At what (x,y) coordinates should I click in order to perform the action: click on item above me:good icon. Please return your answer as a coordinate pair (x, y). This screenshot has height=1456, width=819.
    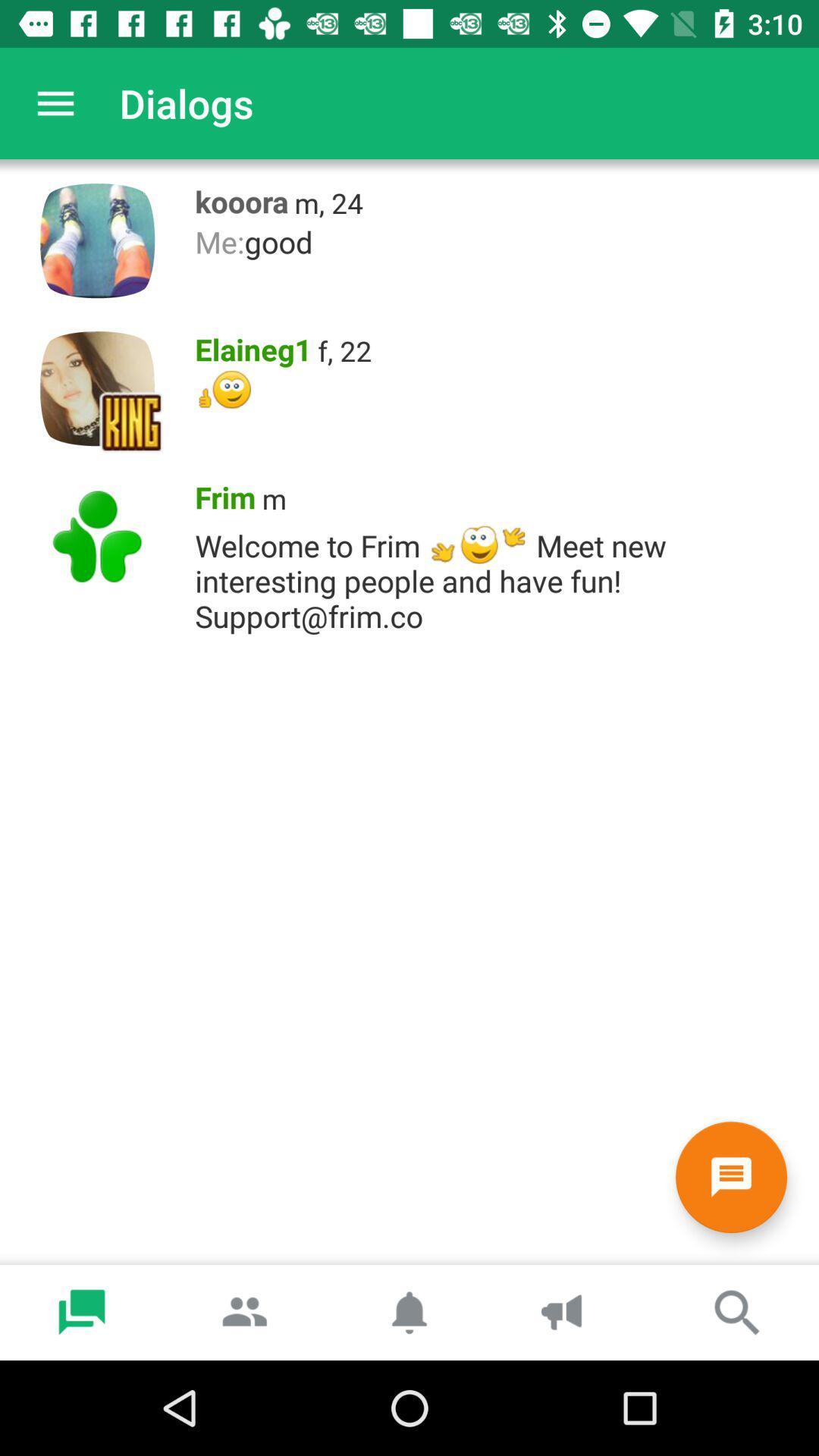
    Looking at the image, I should click on (328, 202).